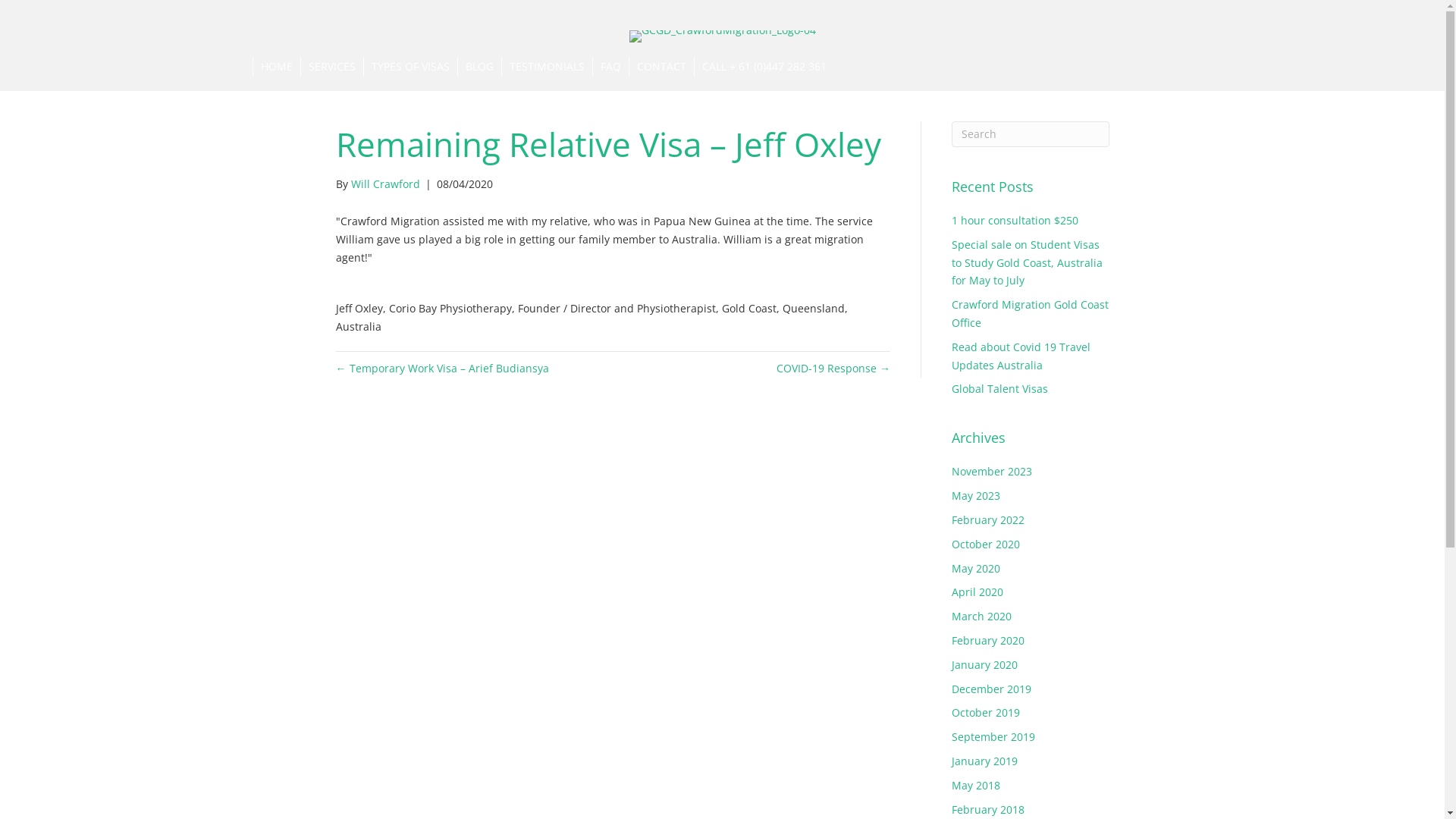 The height and width of the screenshot is (819, 1456). What do you see at coordinates (660, 66) in the screenshot?
I see `'CONTACT'` at bounding box center [660, 66].